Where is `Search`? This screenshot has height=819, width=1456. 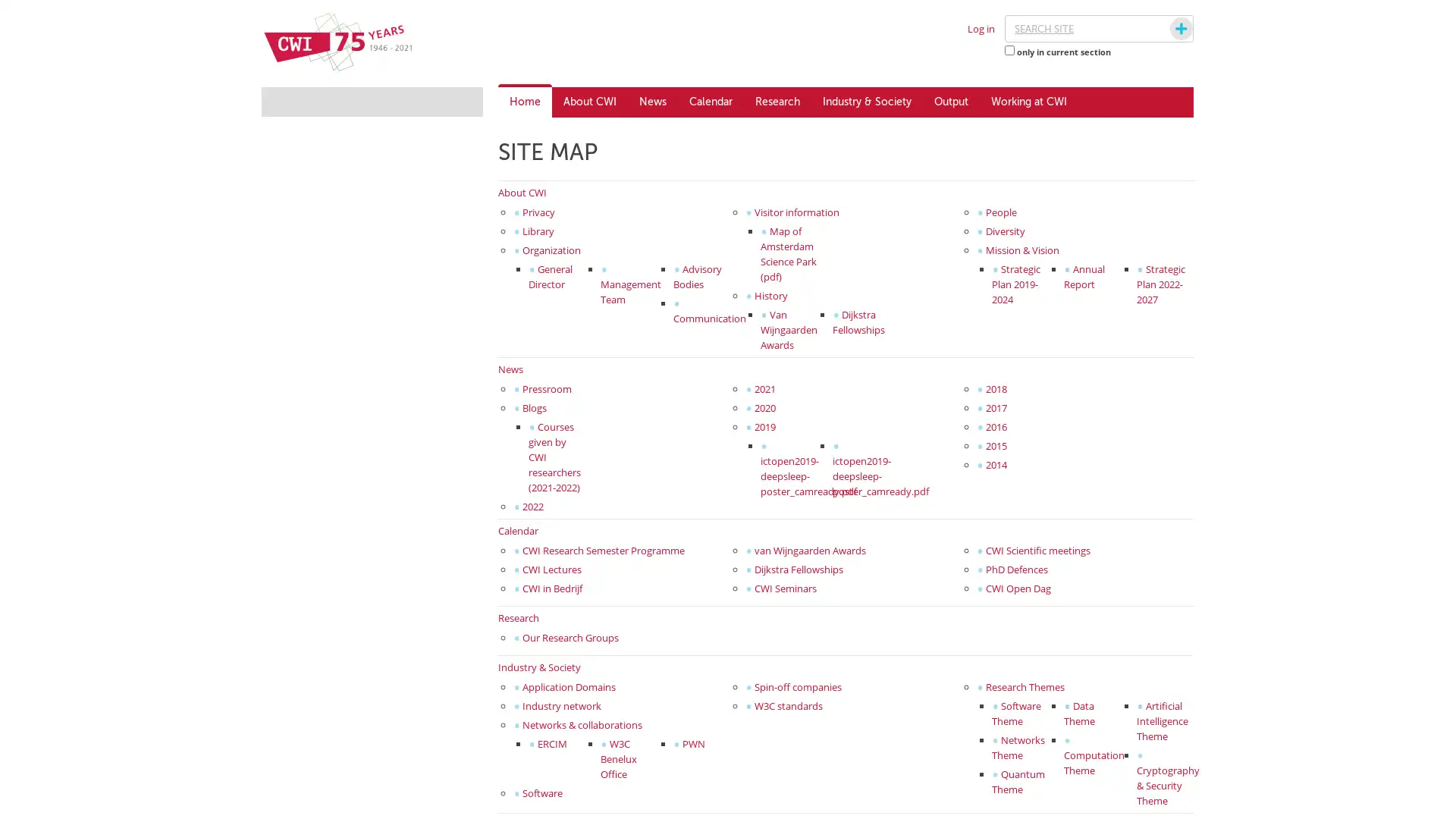 Search is located at coordinates (1166, 29).